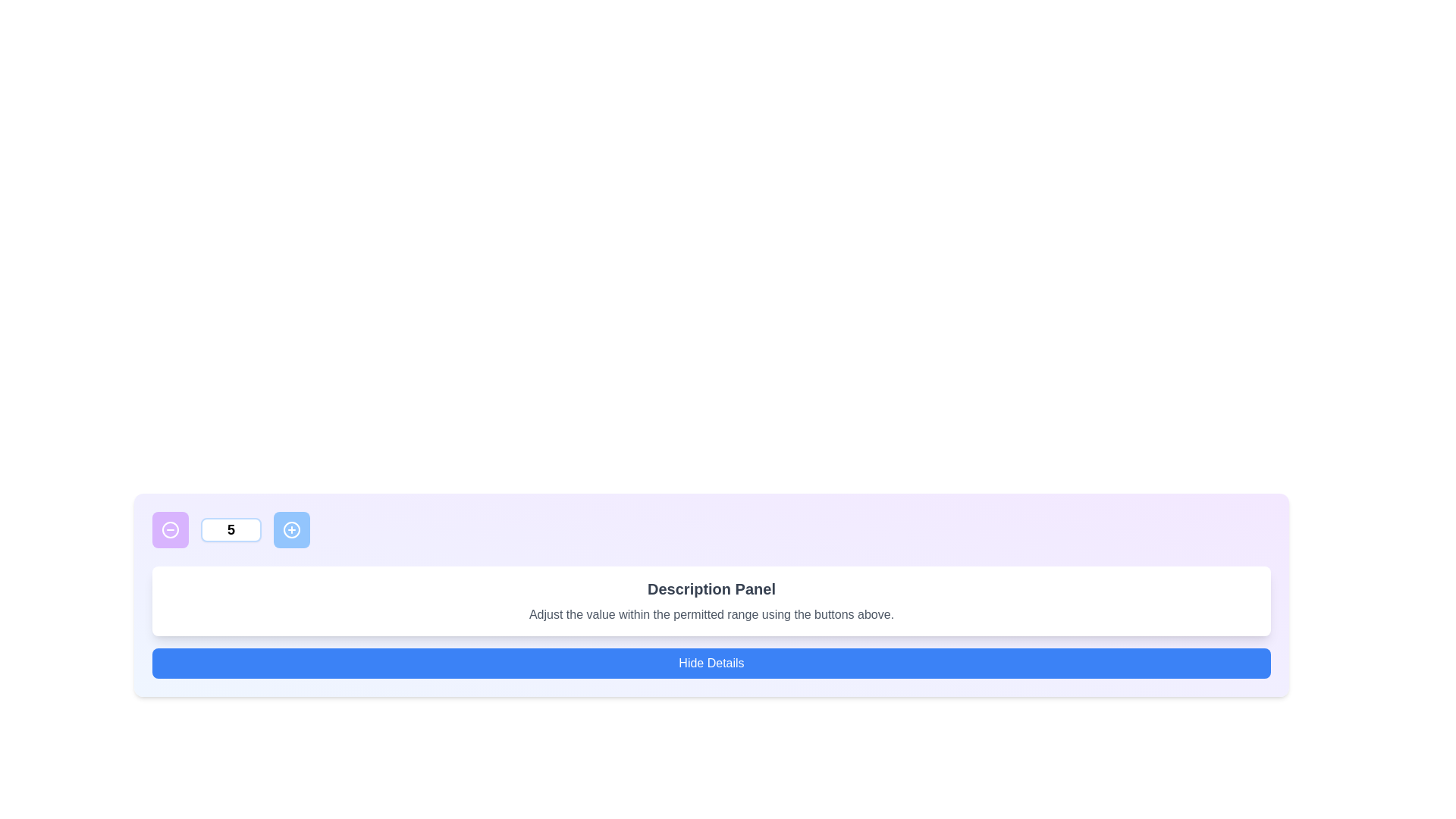  I want to click on the circular plus button located at the top-right corner of the control section, so click(291, 529).